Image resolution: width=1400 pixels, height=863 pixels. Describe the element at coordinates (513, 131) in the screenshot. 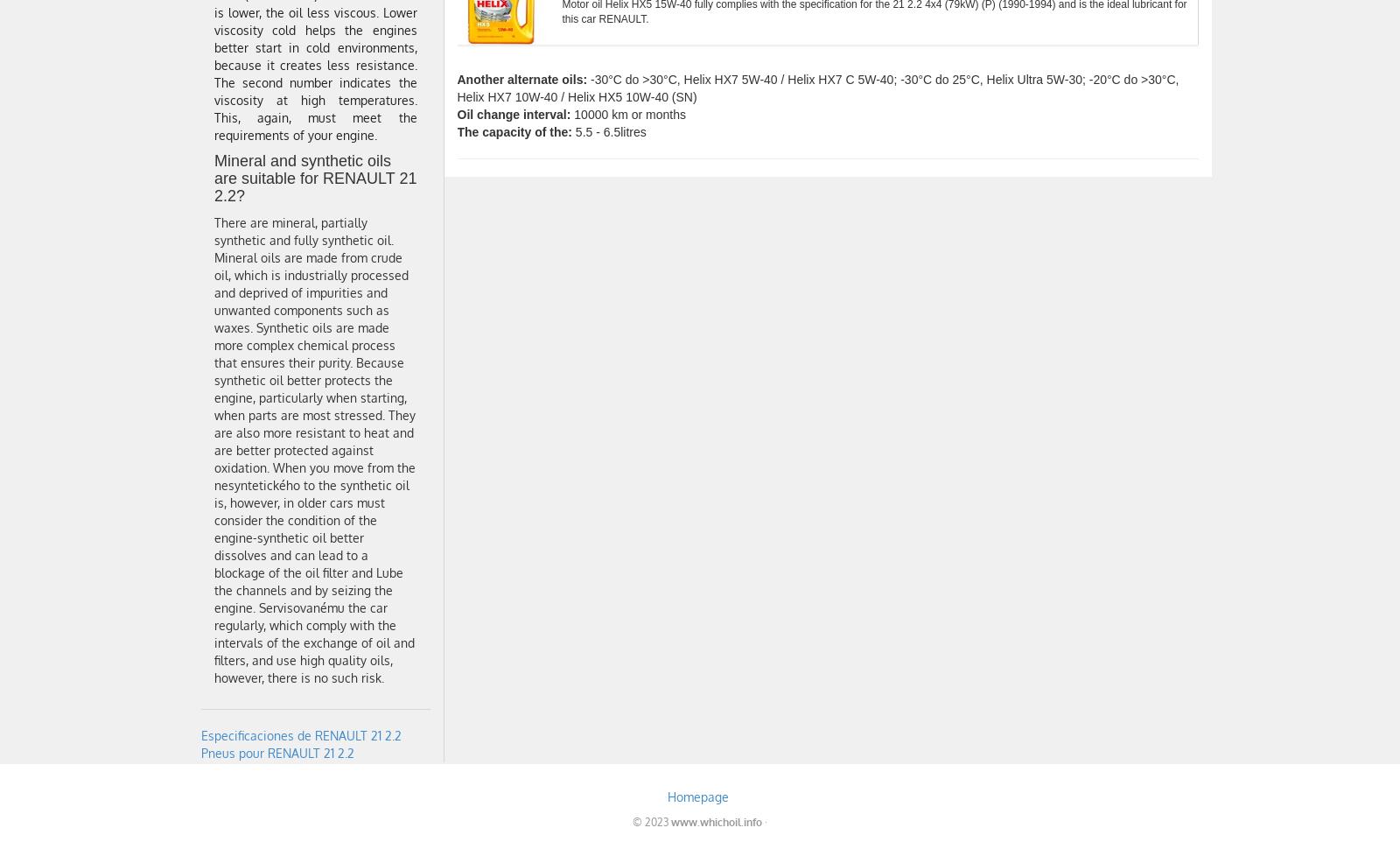

I see `'The capacity of the:'` at that location.